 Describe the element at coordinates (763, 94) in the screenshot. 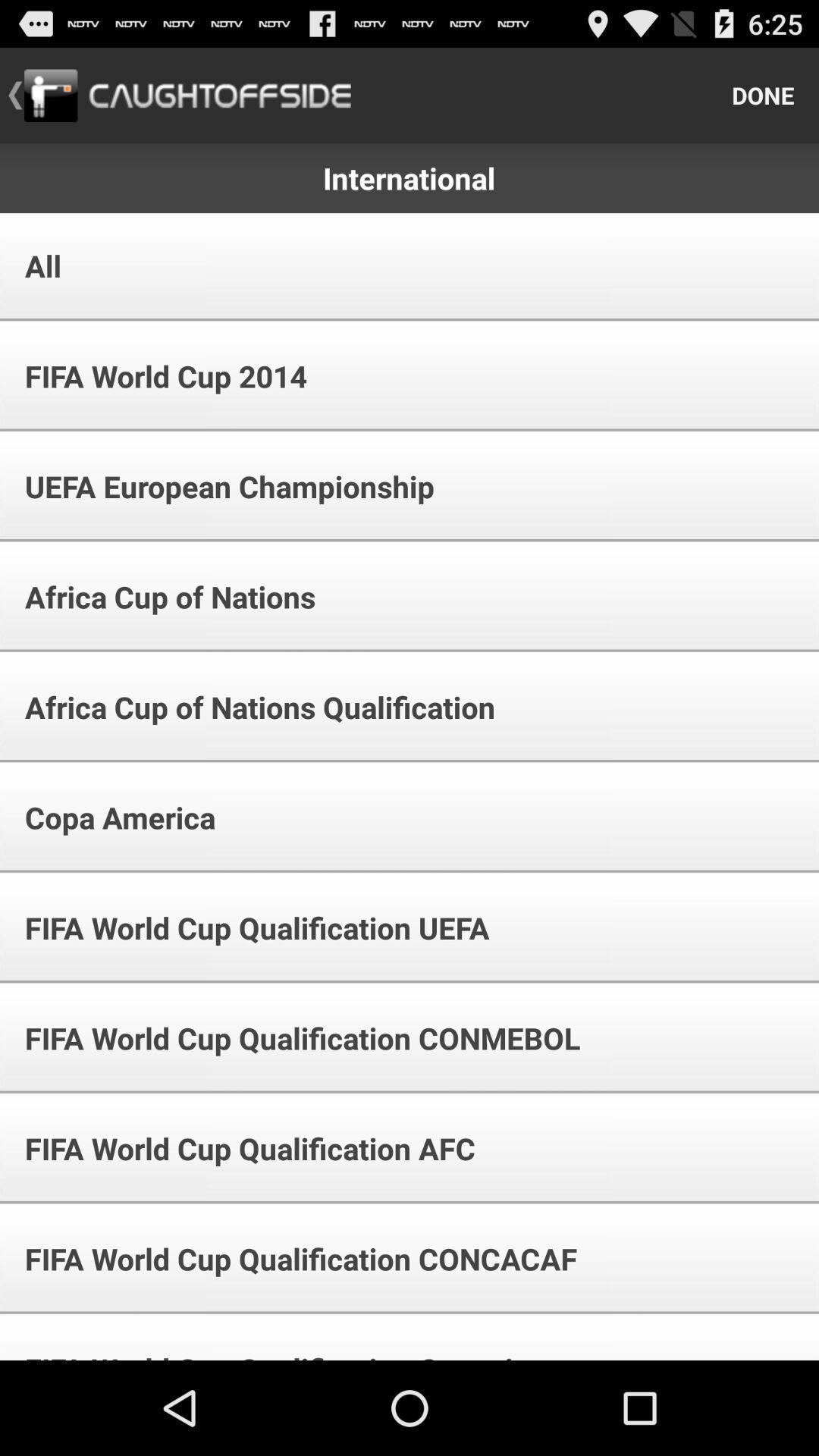

I see `the done item` at that location.